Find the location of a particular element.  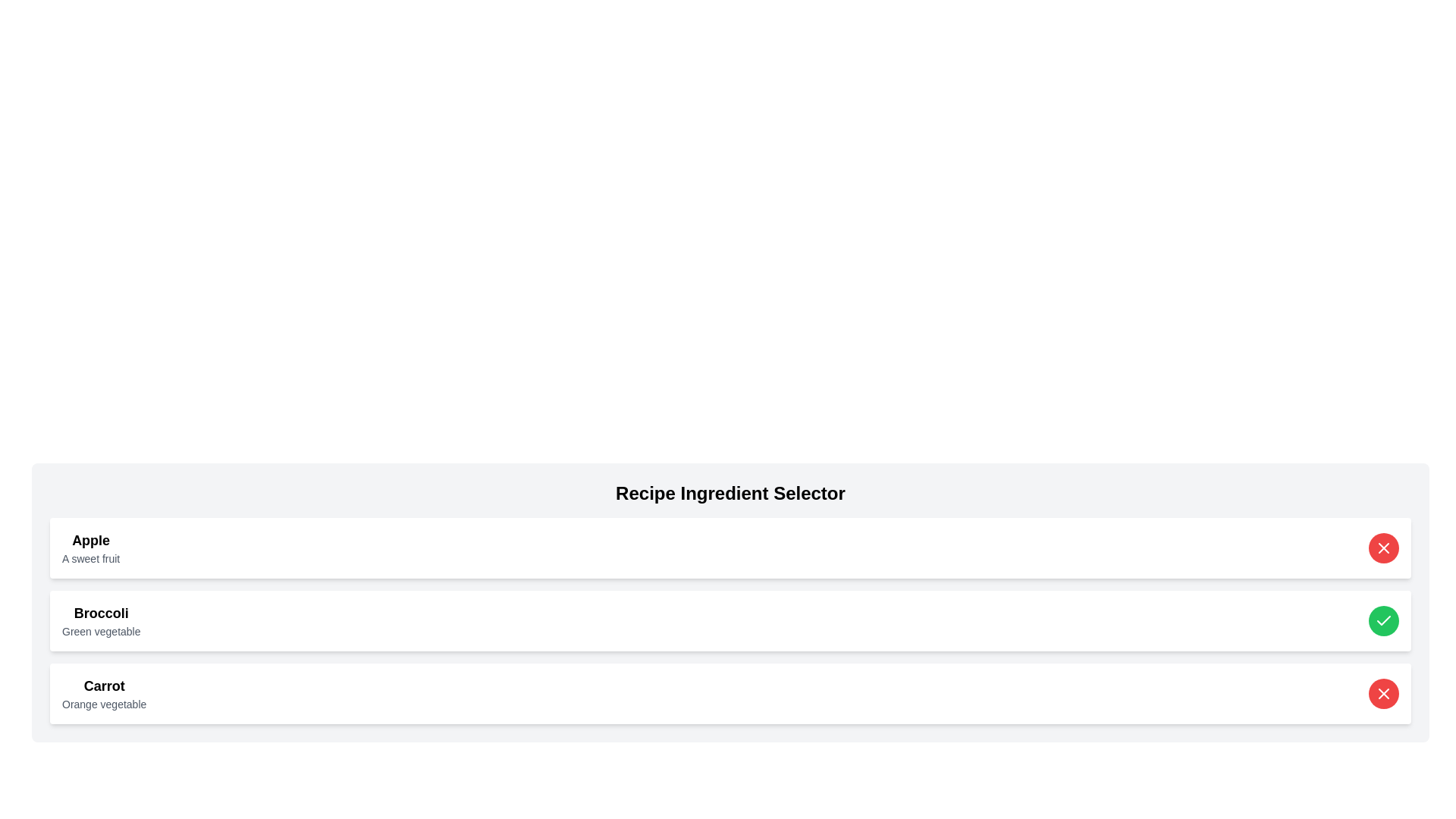

the header title element that serves as the title for the ingredient selection panel, which is centrally aligned at the top of its section is located at coordinates (730, 494).